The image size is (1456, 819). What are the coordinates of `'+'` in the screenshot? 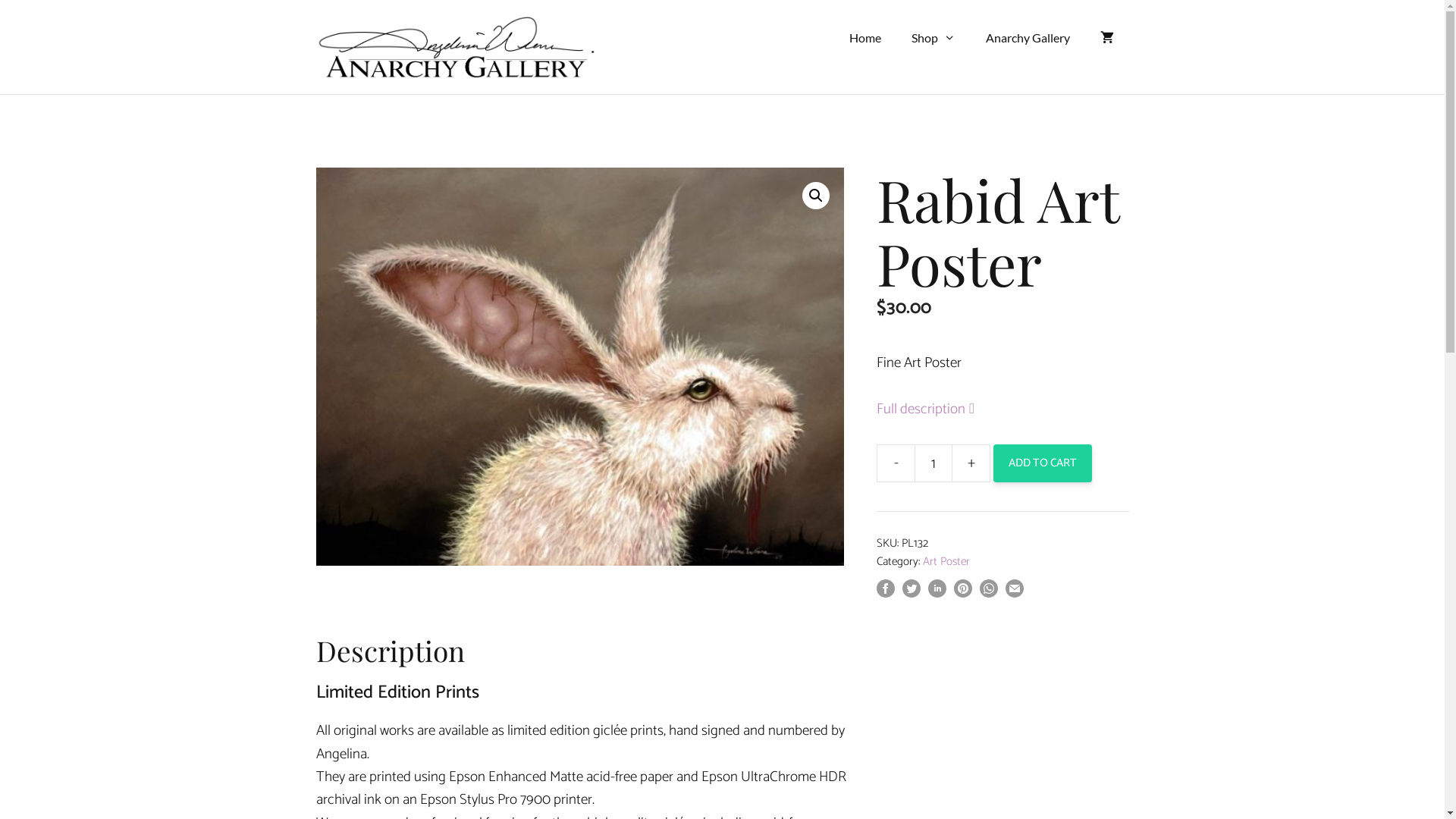 It's located at (971, 462).